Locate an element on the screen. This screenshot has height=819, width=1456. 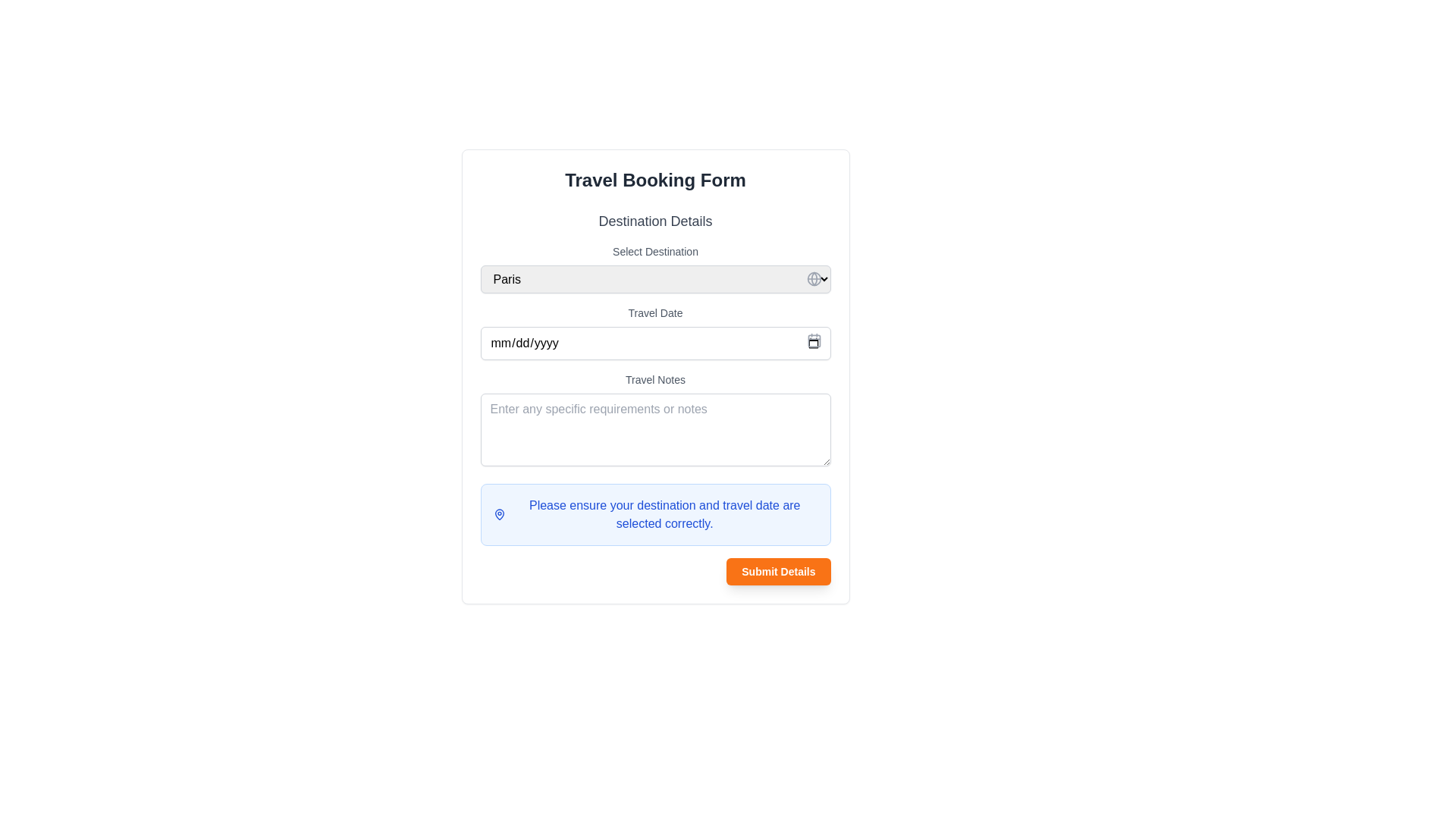
the pin icon within the blue informational text block situated below the 'Travel Notes' field is located at coordinates (655, 513).